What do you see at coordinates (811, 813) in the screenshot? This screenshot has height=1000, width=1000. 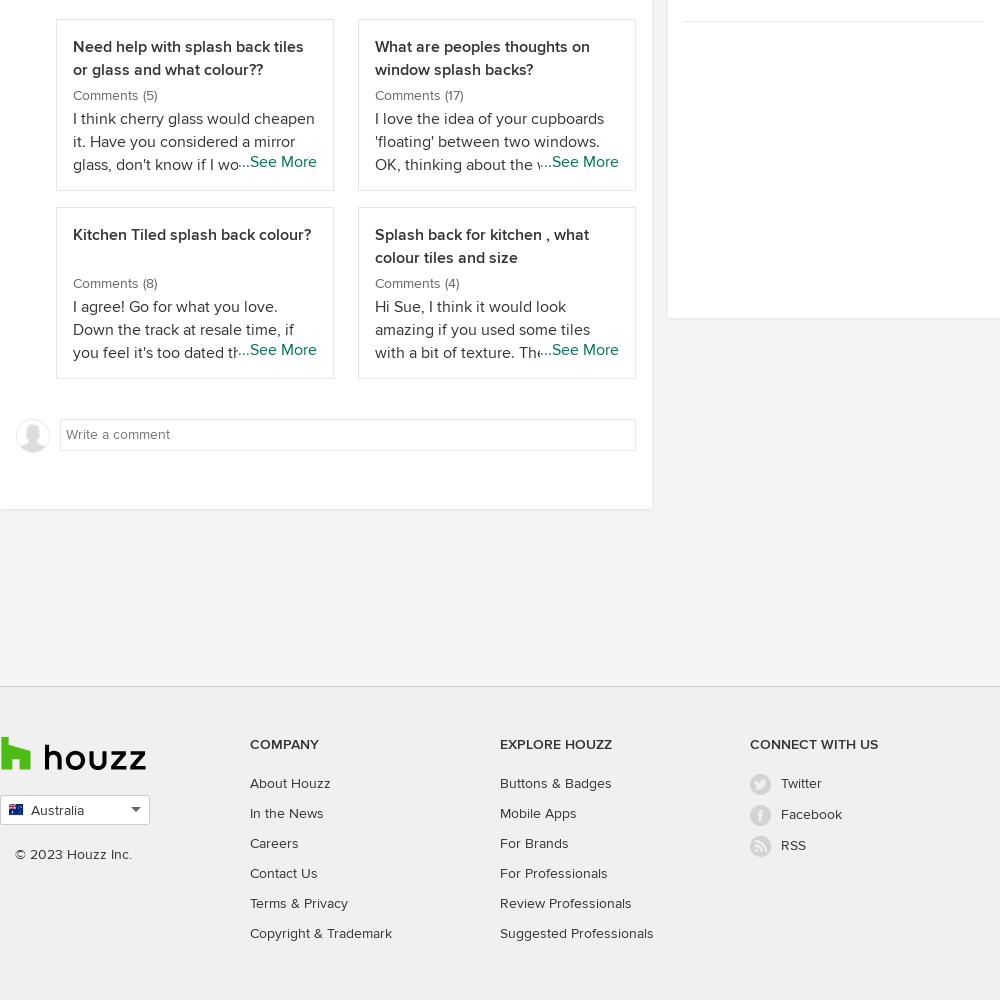 I see `'Facebook'` at bounding box center [811, 813].